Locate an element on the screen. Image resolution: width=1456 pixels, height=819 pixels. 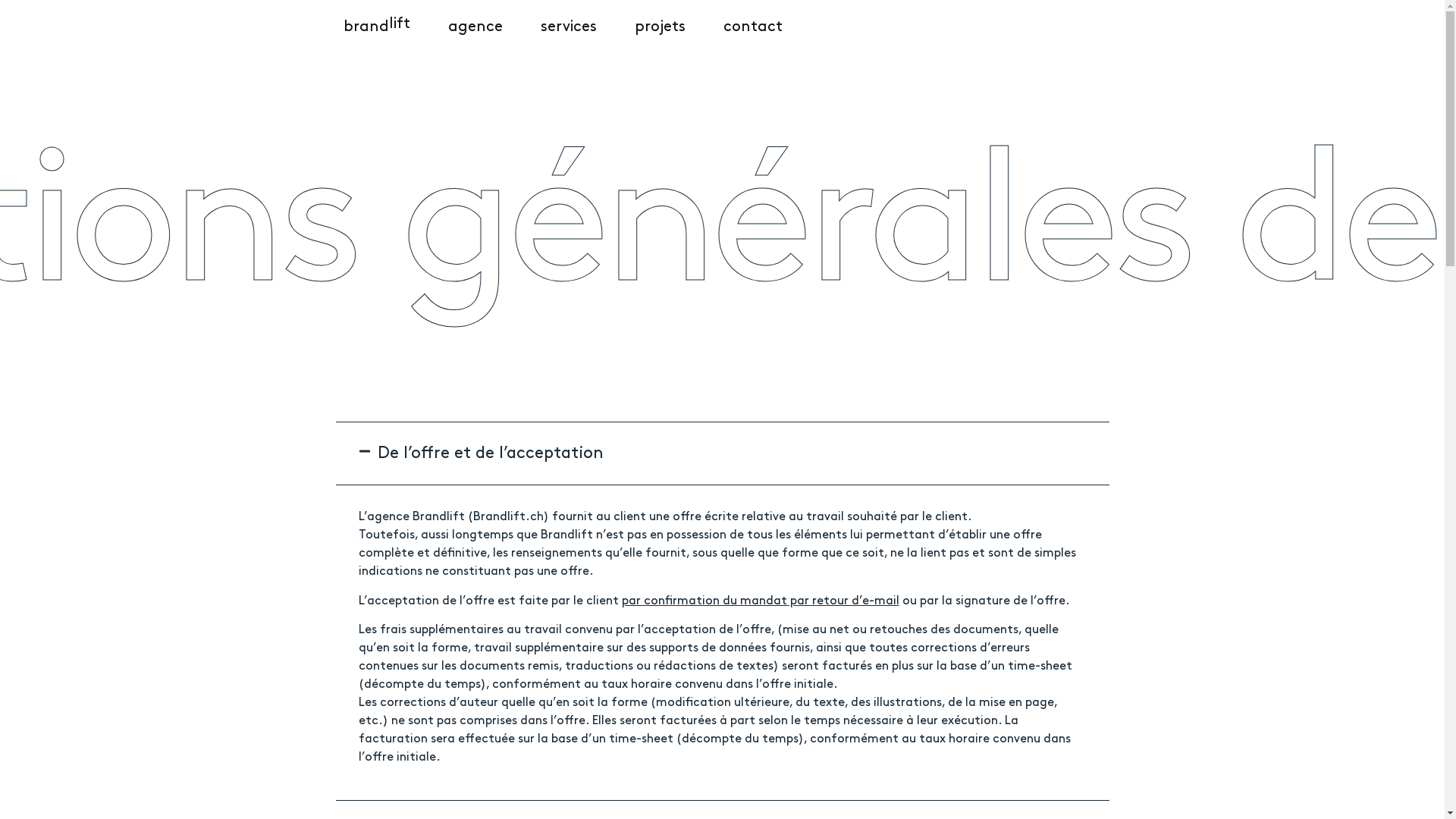
'agence' is located at coordinates (473, 27).